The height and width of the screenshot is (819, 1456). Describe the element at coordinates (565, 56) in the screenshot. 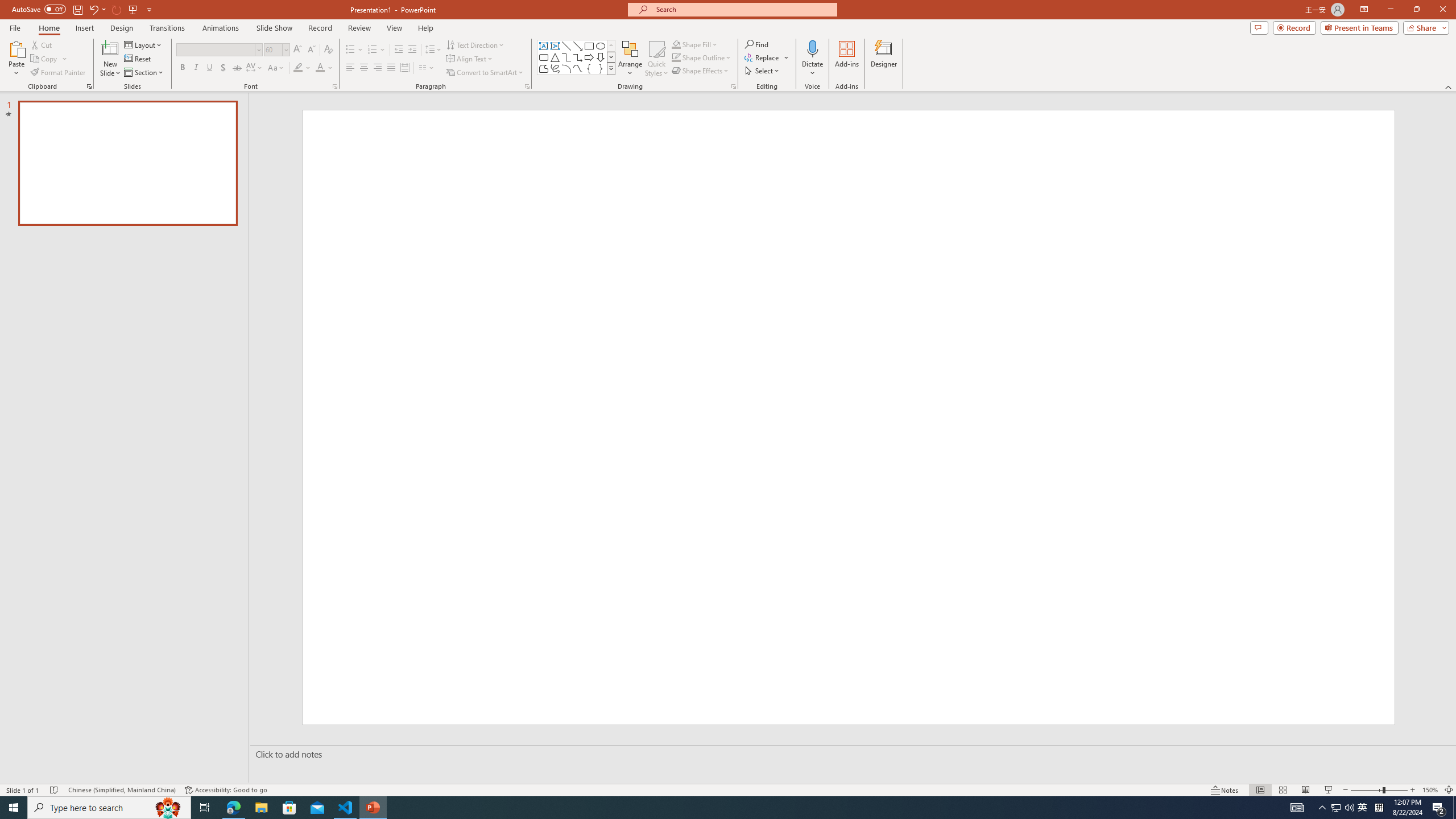

I see `'Connector: Elbow'` at that location.